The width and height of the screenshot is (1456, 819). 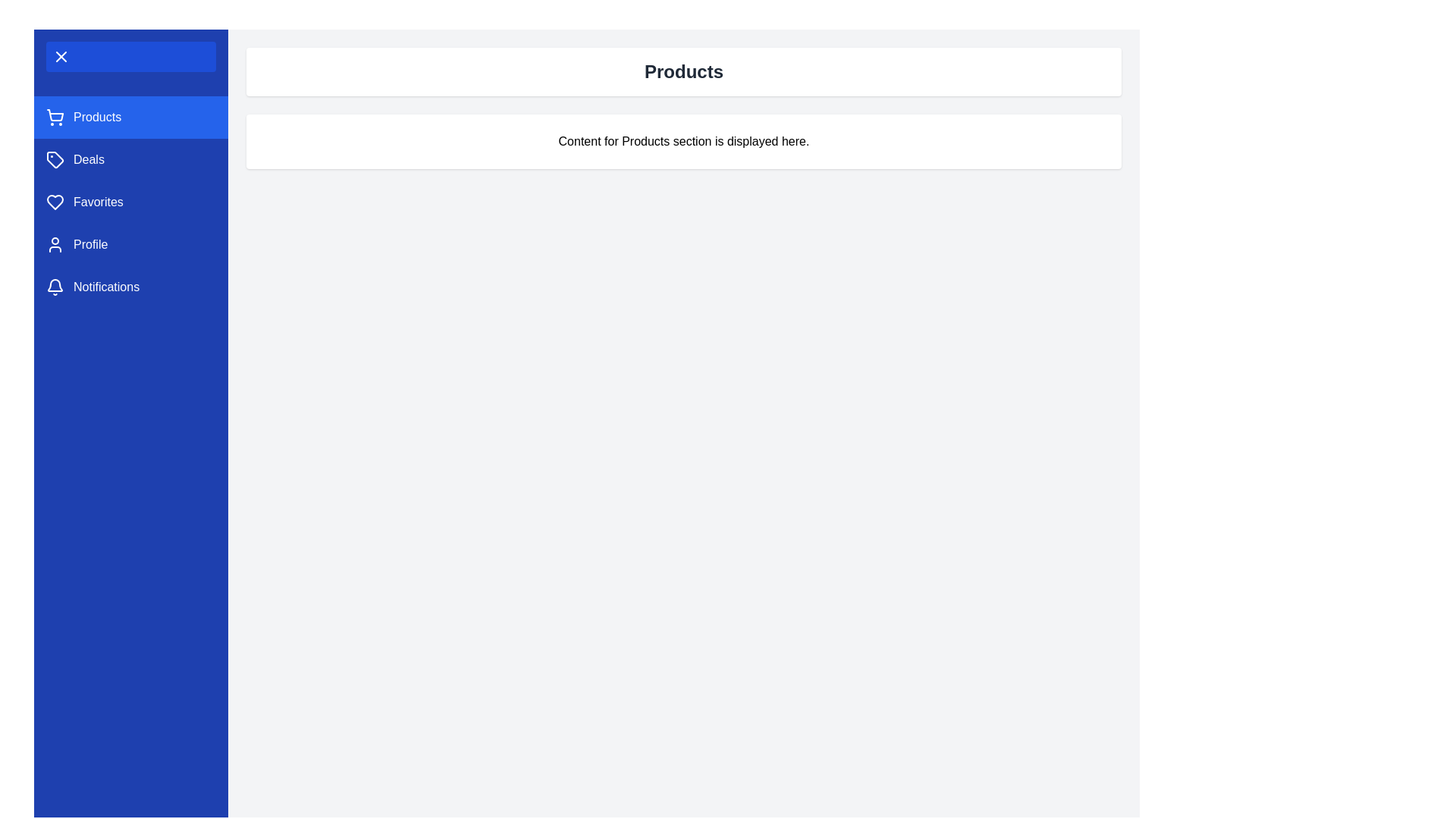 What do you see at coordinates (88, 160) in the screenshot?
I see `the 'Deals' text label in the vertical sidebar menu` at bounding box center [88, 160].